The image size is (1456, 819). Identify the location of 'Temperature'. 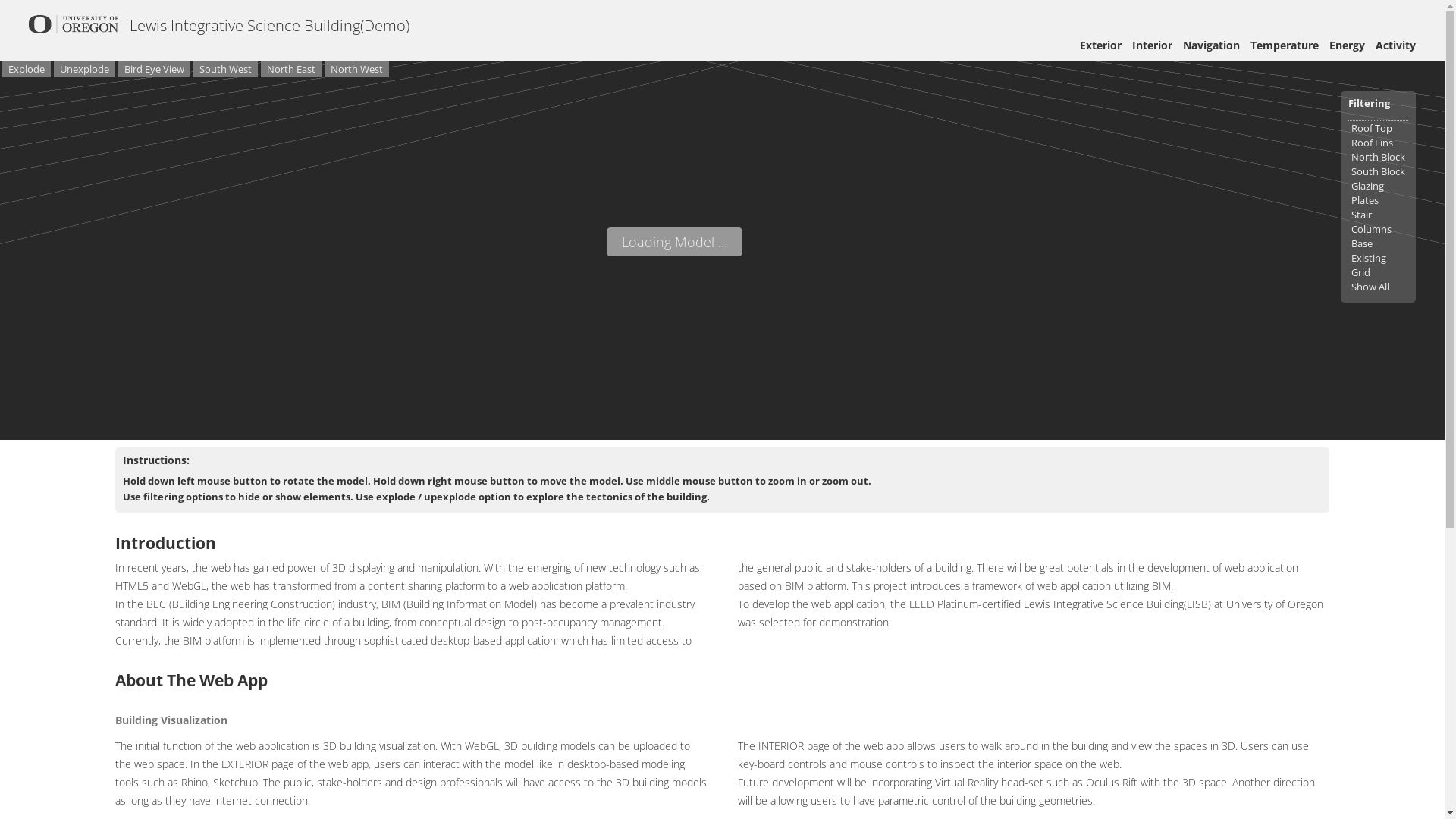
(1284, 44).